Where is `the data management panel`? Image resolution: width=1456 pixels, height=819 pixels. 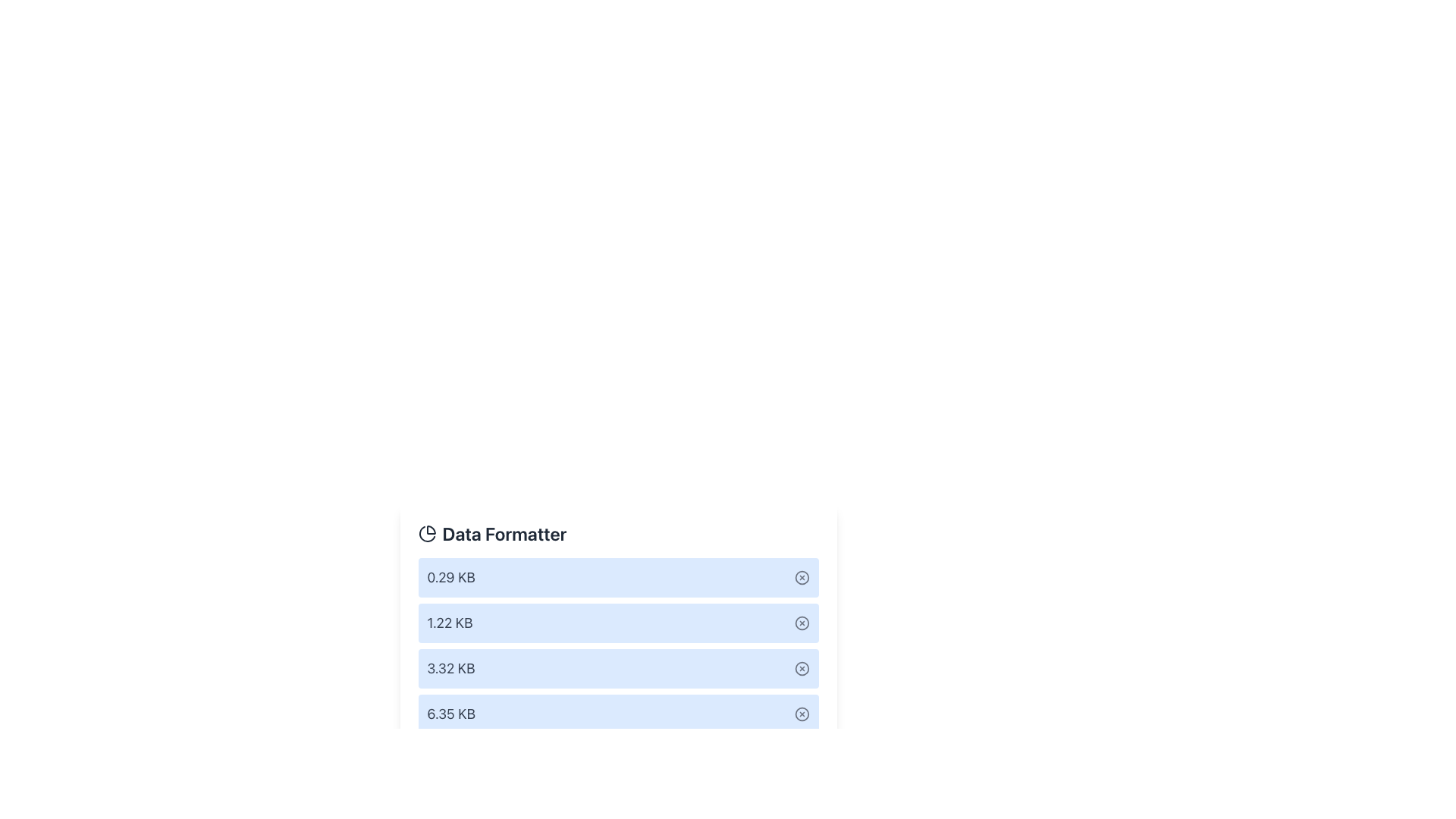
the data management panel is located at coordinates (618, 648).